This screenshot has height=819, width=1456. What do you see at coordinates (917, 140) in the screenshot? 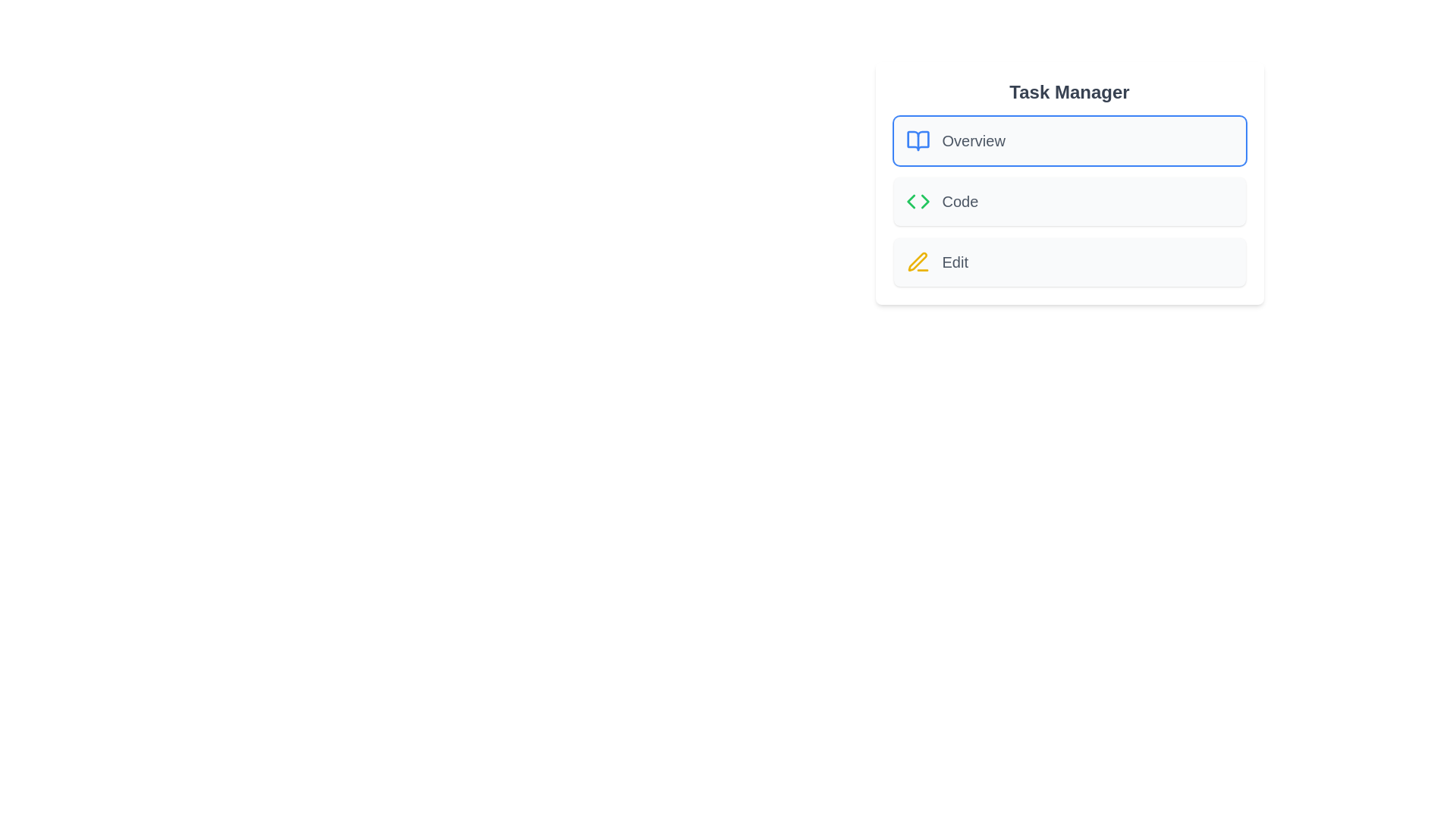
I see `the decorative icon for the 'Overview' option in the Task Manager sidebar, located to the left of the text 'Overview'` at bounding box center [917, 140].